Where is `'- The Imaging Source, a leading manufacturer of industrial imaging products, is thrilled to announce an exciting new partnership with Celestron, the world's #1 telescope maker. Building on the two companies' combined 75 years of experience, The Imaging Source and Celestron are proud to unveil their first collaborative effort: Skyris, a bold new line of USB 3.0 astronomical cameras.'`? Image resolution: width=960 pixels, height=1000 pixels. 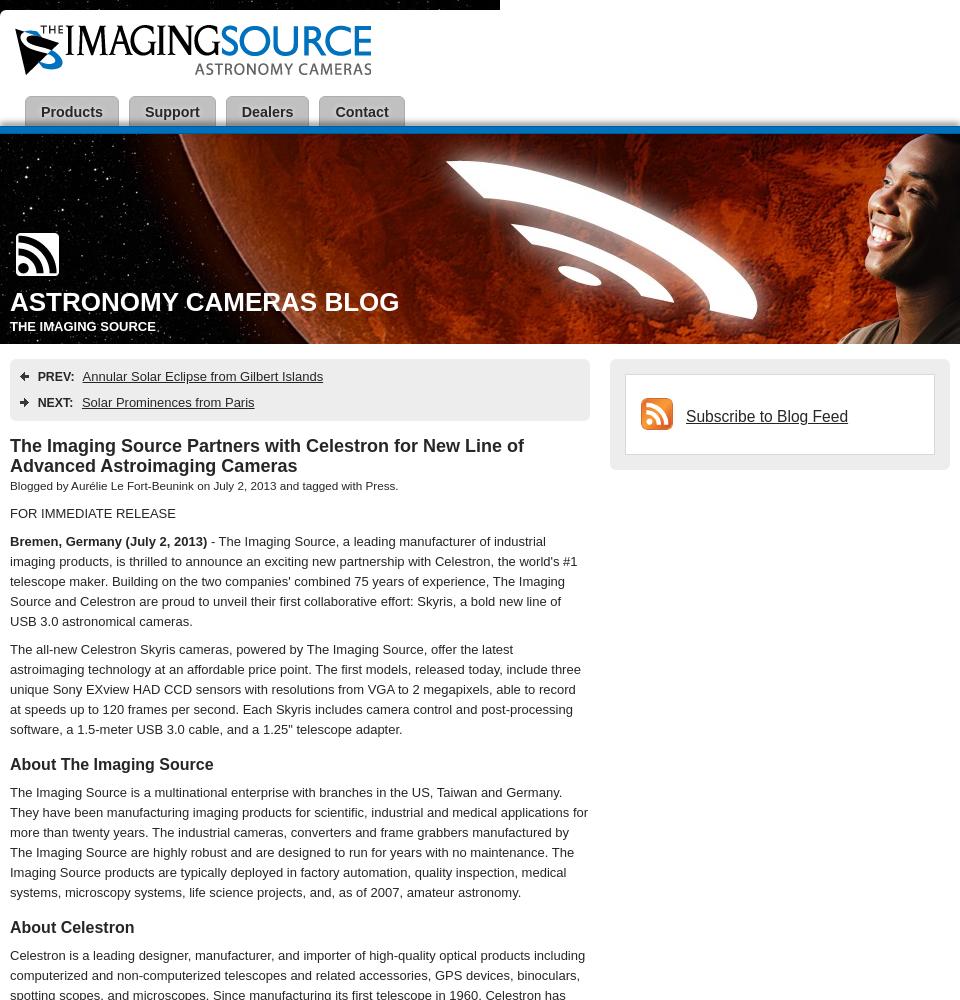 '- The Imaging Source, a leading manufacturer of industrial imaging products, is thrilled to announce an exciting new partnership with Celestron, the world's #1 telescope maker. Building on the two companies' combined 75 years of experience, The Imaging Source and Celestron are proud to unveil their first collaborative effort: Skyris, a bold new line of USB 3.0 astronomical cameras.' is located at coordinates (292, 580).